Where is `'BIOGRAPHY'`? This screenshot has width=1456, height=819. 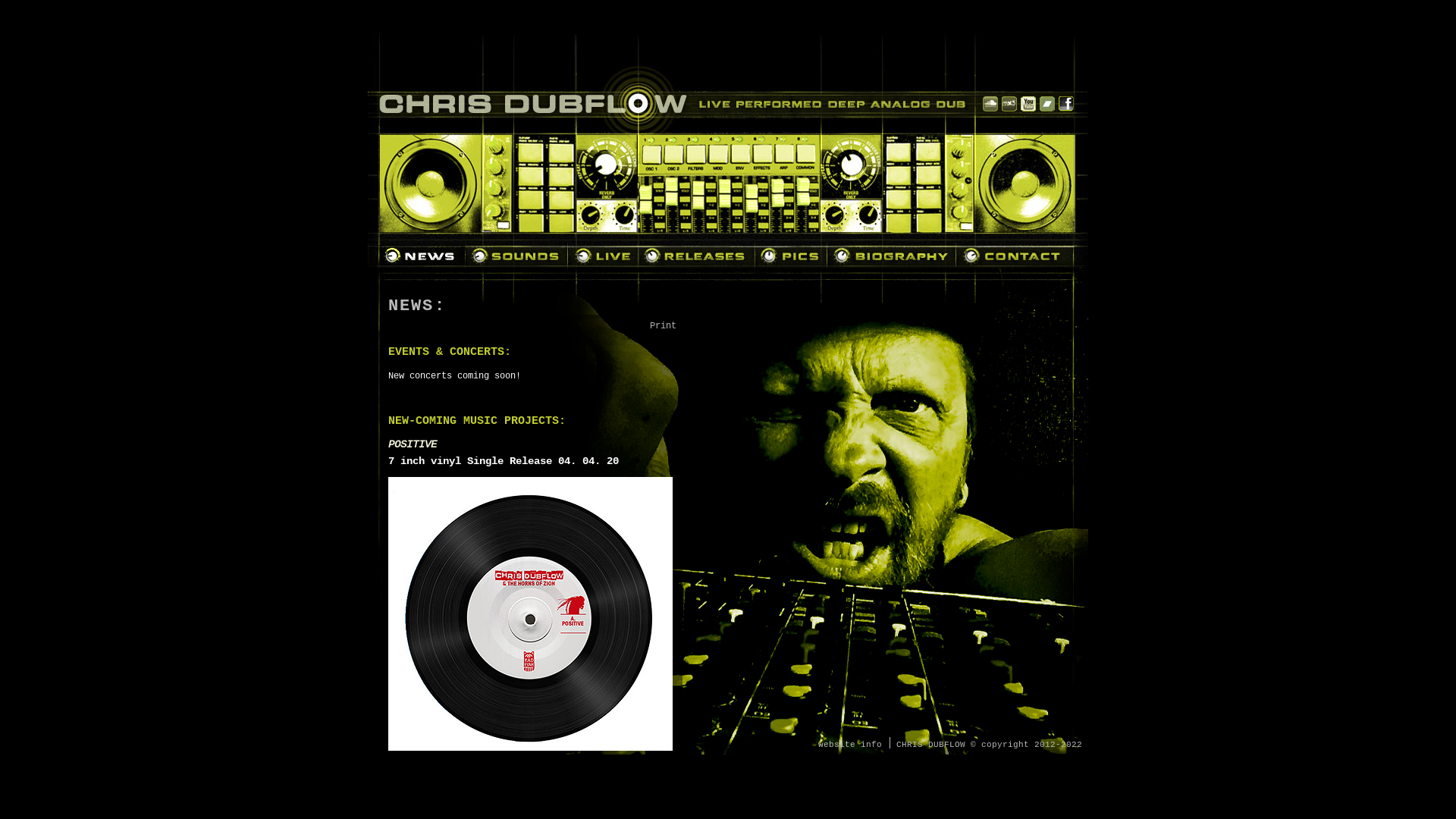
'BIOGRAPHY' is located at coordinates (826, 256).